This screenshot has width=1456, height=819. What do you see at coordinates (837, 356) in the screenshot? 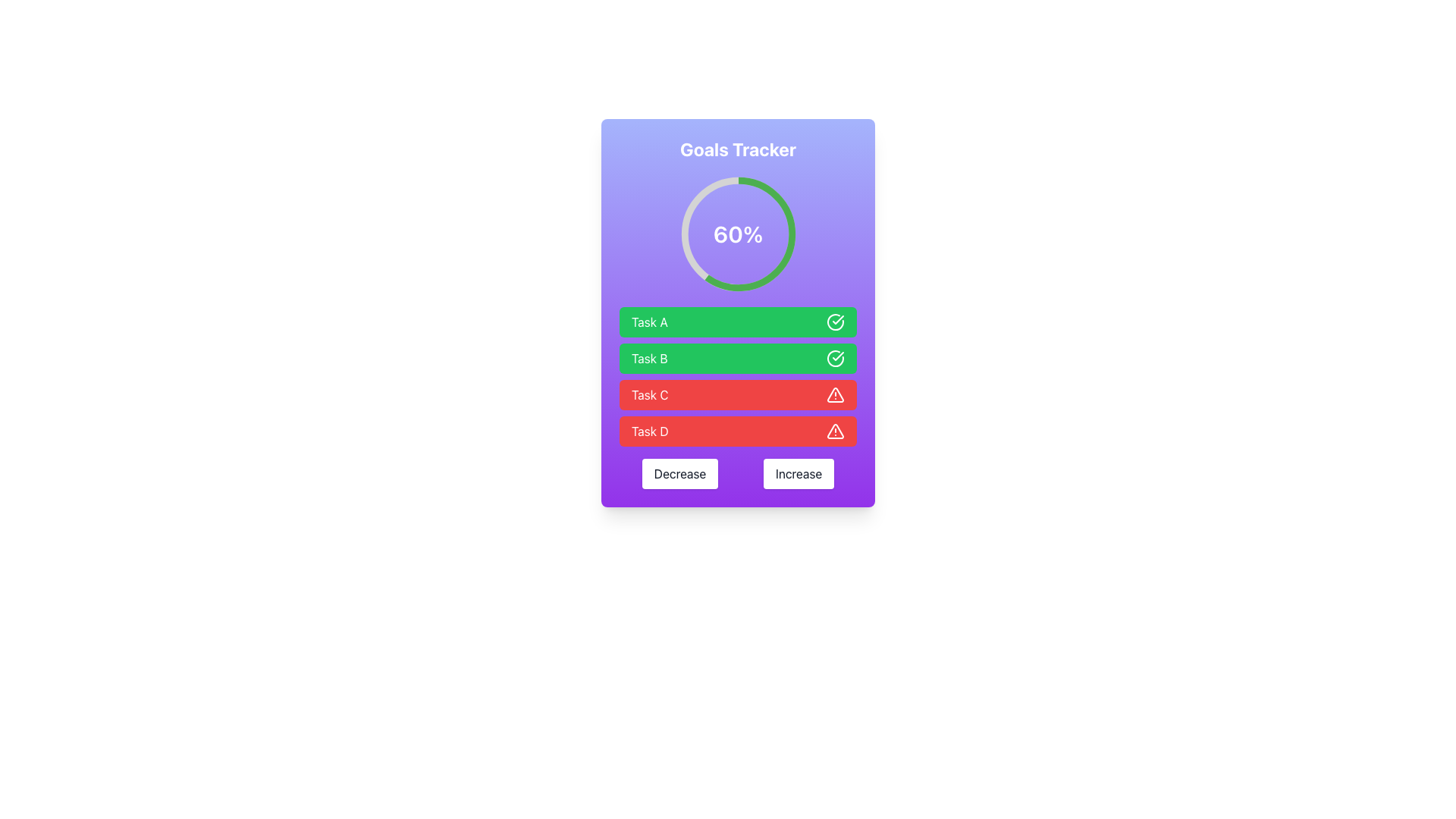
I see `the checkmark icon, which is part of the green circle enclosing a white checkmark, located in the green rectangular section labeled 'Task A'` at bounding box center [837, 356].